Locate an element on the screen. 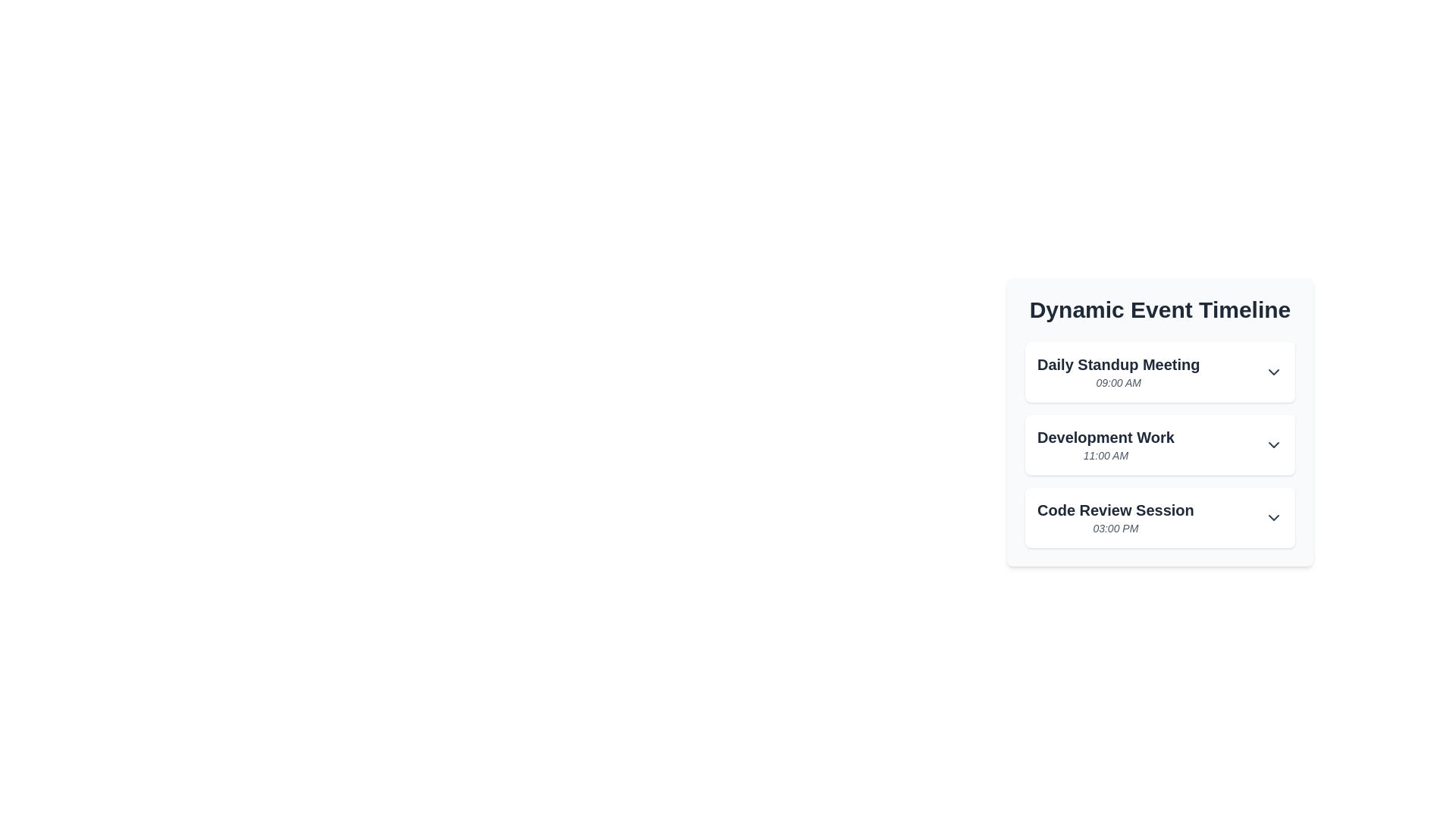 The height and width of the screenshot is (819, 1456). the title text label indicating the name of an event or session, which is positioned above the time '03:00 PM' in the 'Dynamic Event Timeline' panel is located at coordinates (1116, 510).